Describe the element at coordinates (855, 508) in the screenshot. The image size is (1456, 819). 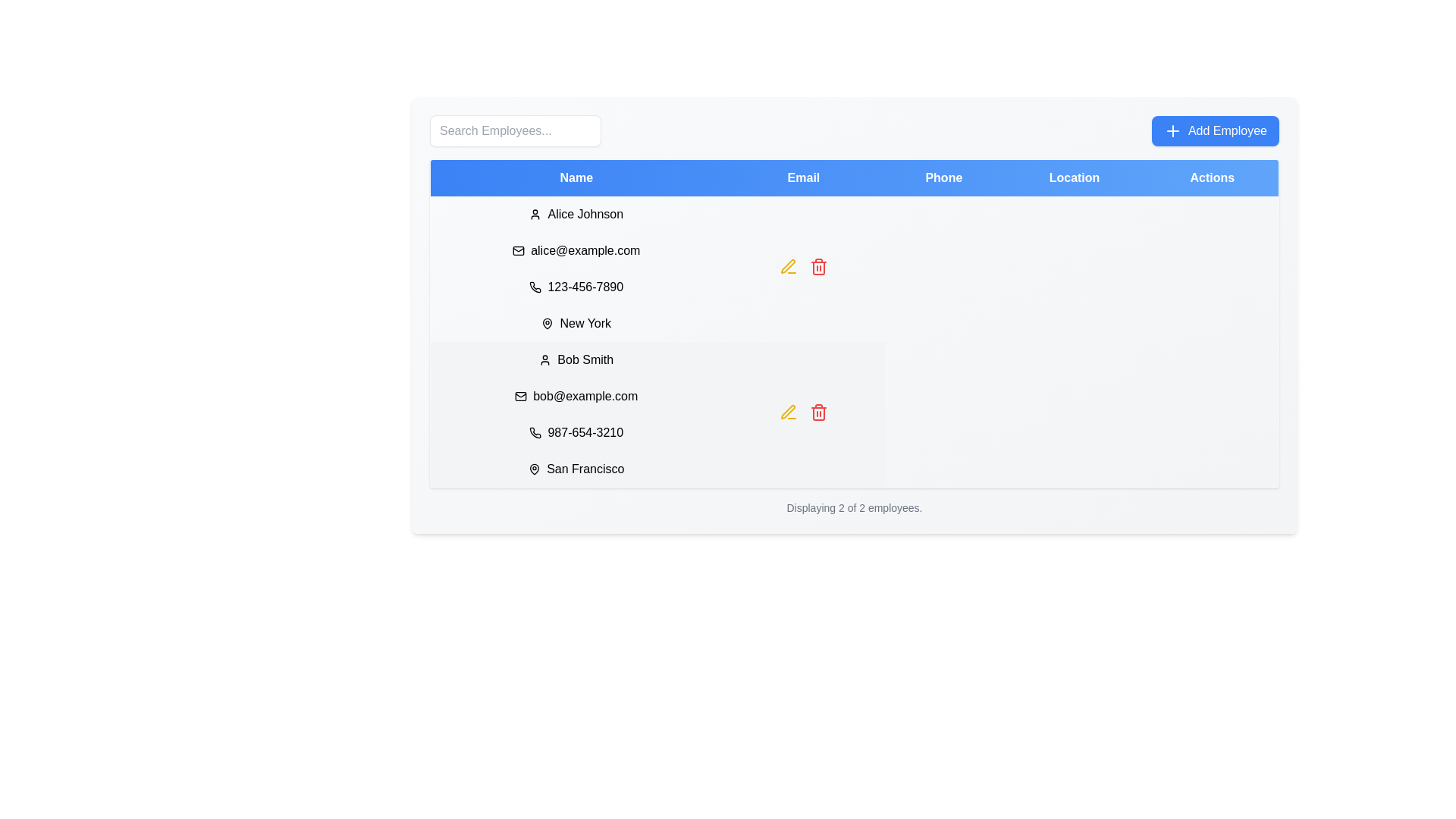
I see `the static informational text at the bottom of the employee listing interface, which summarizes the number of employees displayed` at that location.